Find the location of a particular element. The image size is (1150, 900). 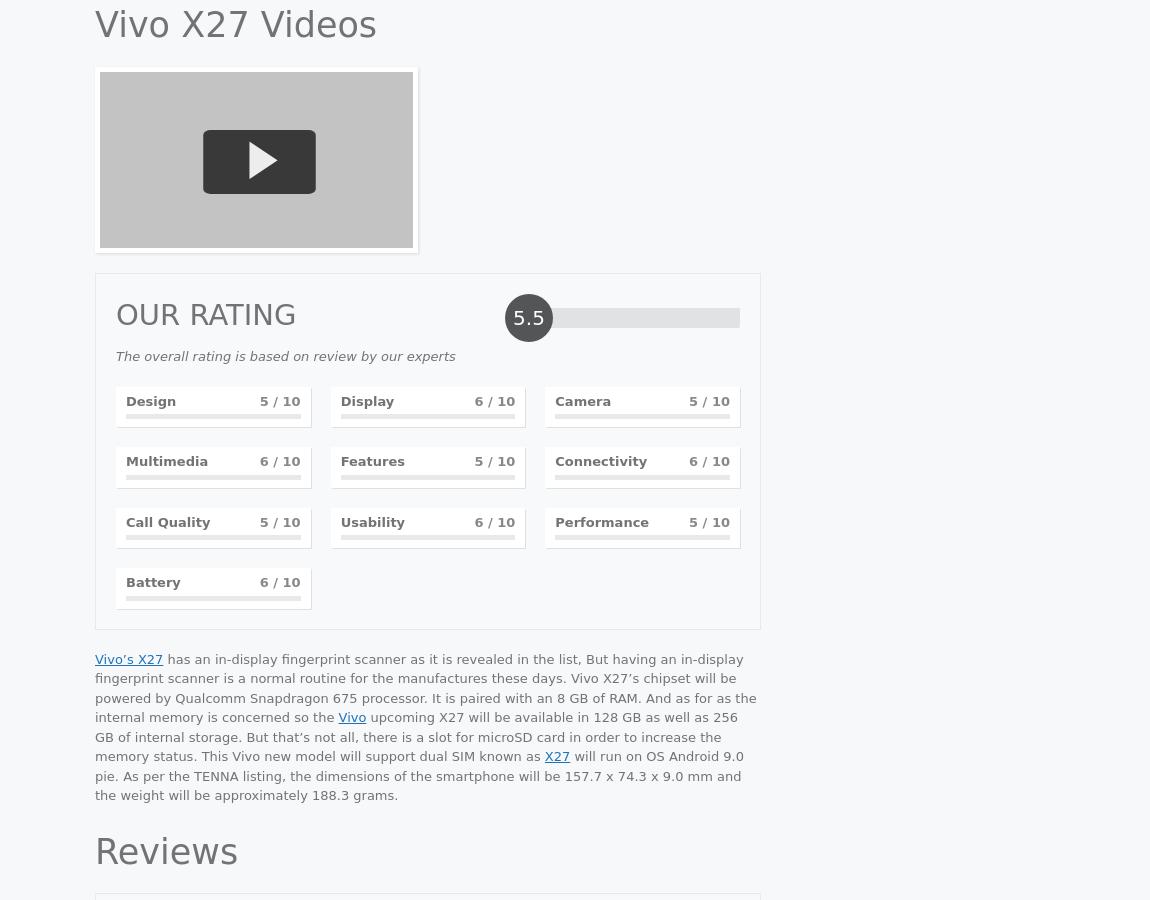

'Call Quality' is located at coordinates (167, 520).